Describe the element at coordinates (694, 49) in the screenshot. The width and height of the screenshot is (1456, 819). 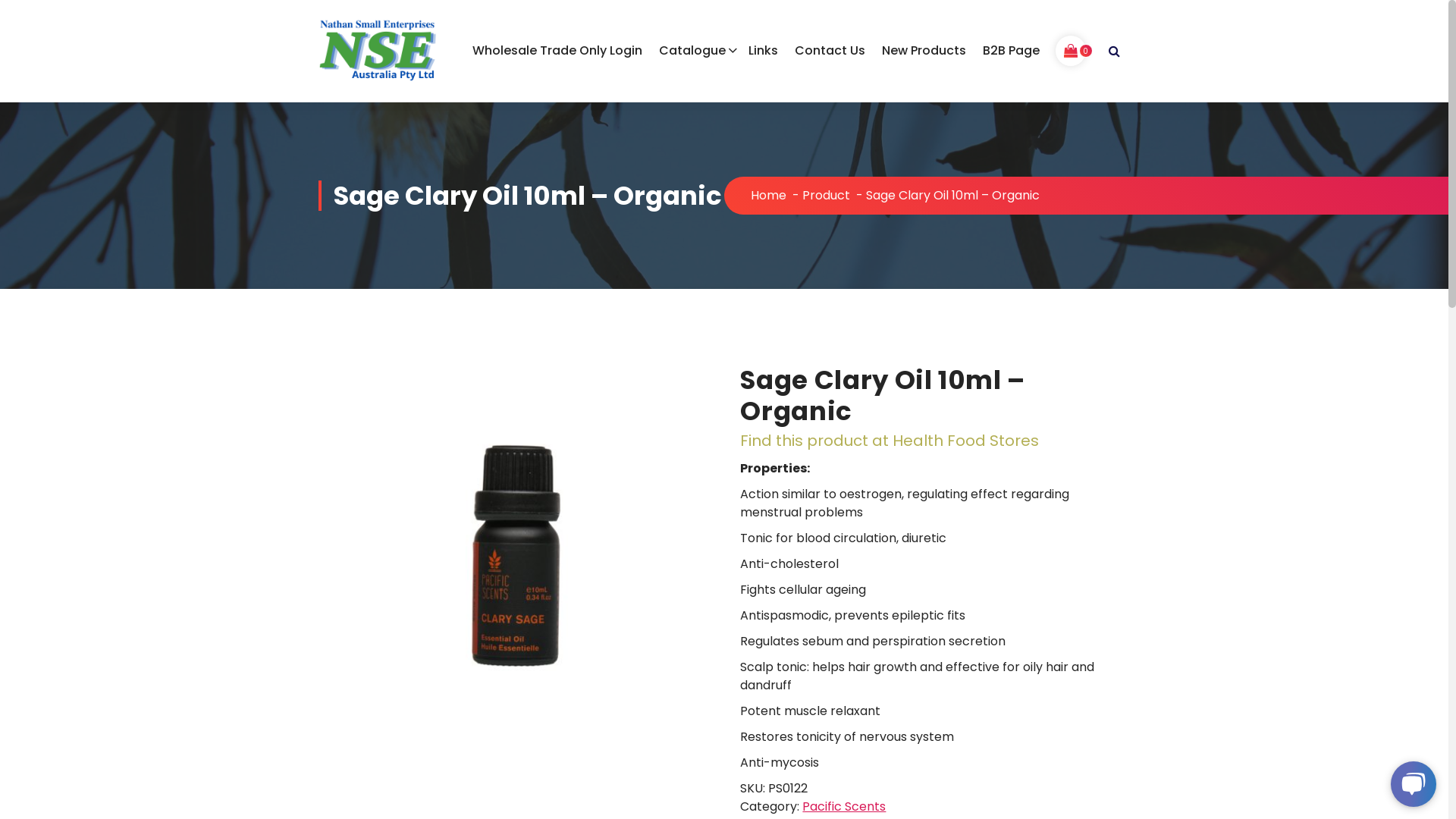
I see `'Catalogue'` at that location.